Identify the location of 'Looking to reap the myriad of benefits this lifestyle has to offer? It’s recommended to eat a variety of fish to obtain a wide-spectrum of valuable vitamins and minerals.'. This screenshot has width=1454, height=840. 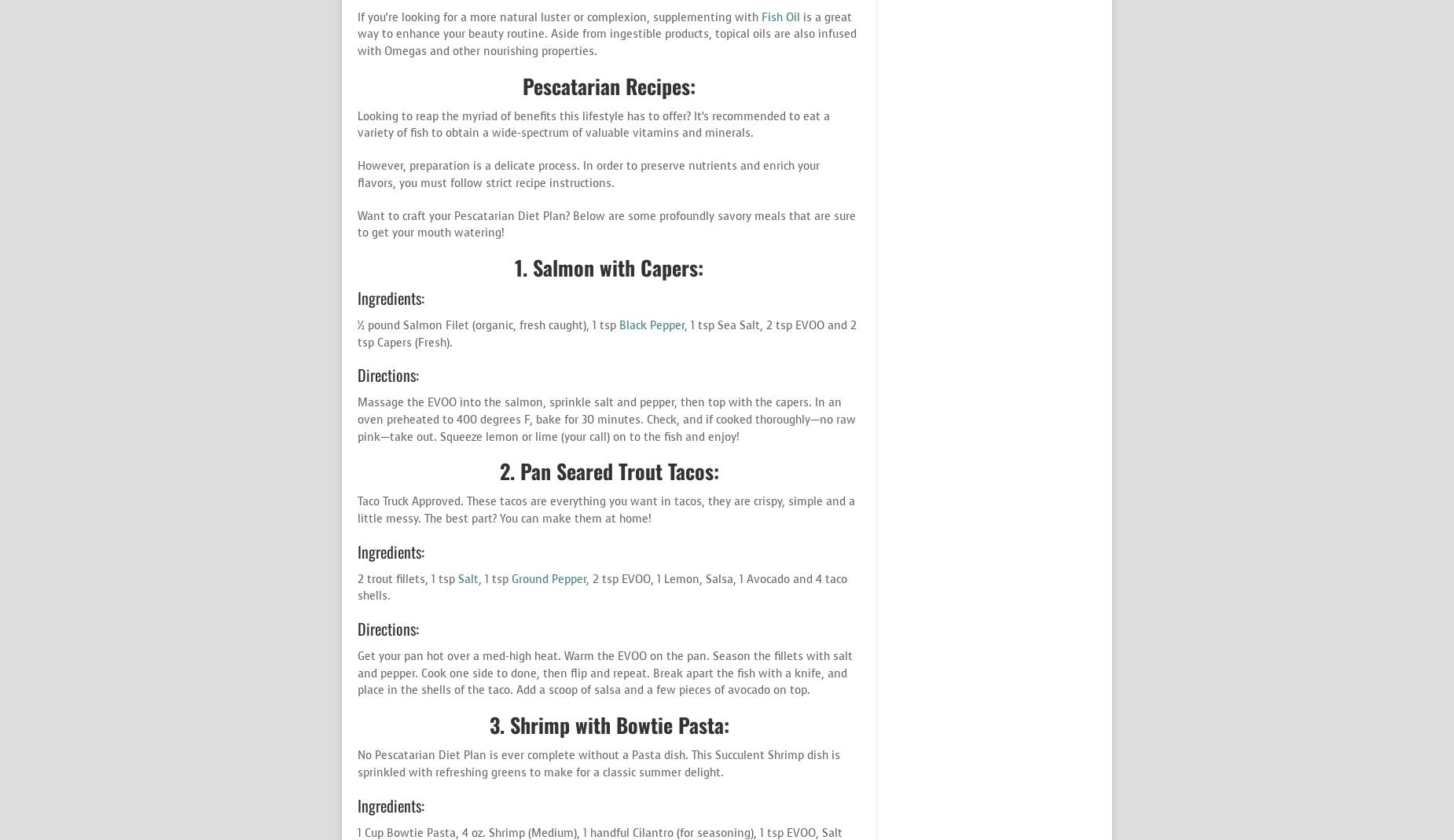
(356, 124).